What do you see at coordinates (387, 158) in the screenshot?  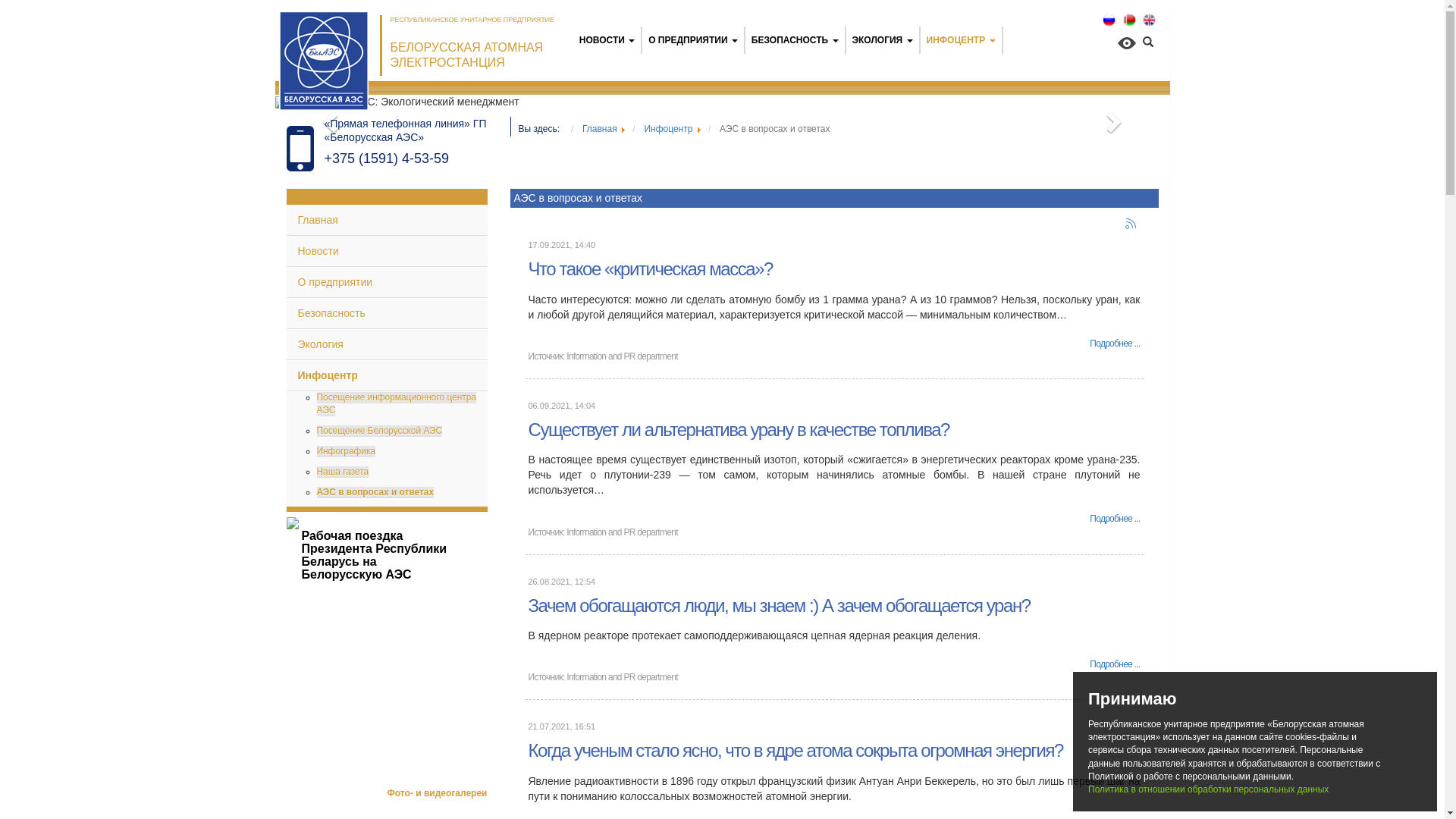 I see `'+375 (1591) 4-53-59'` at bounding box center [387, 158].